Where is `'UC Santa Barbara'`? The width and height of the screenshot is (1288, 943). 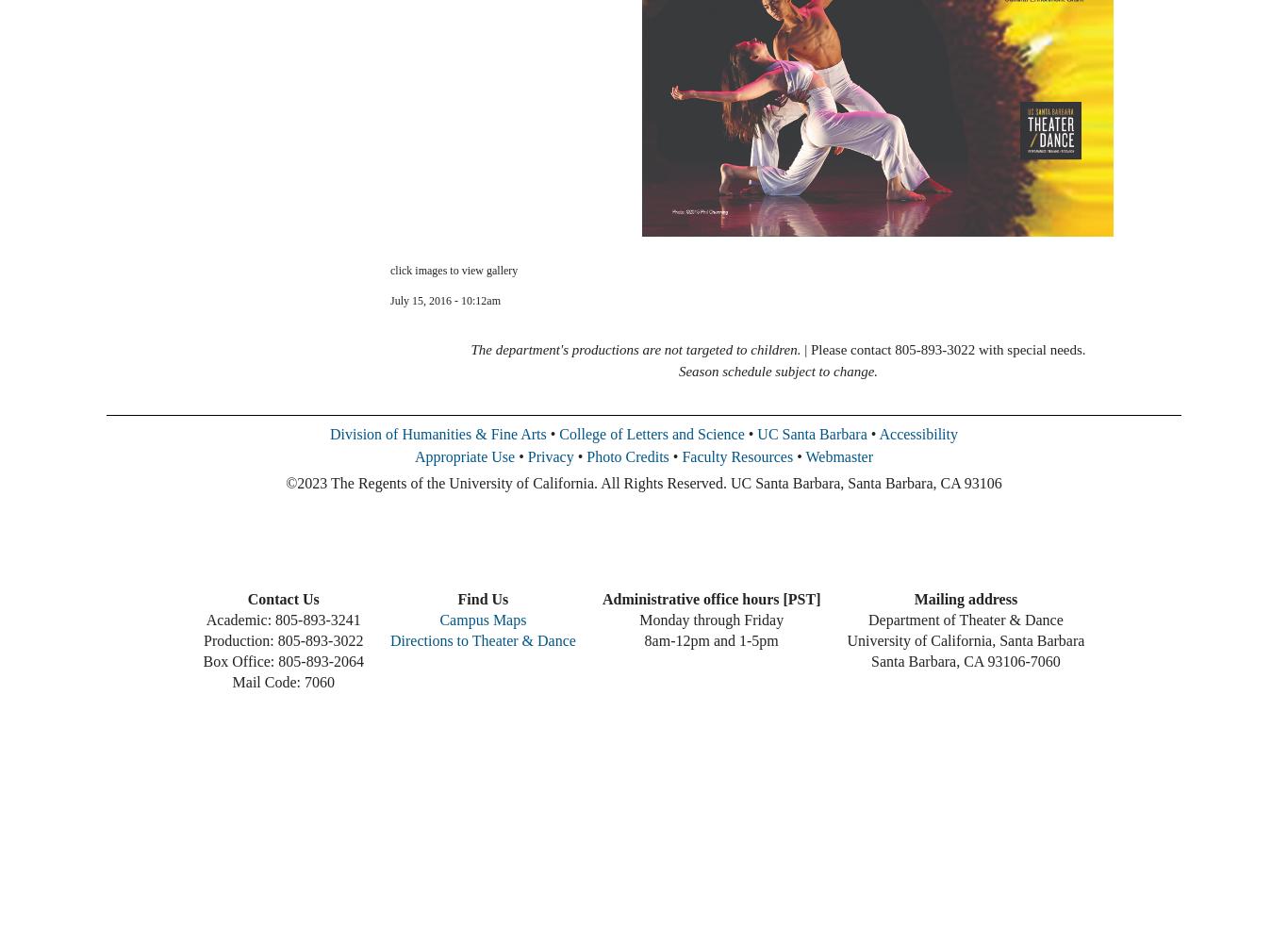 'UC Santa Barbara' is located at coordinates (810, 433).